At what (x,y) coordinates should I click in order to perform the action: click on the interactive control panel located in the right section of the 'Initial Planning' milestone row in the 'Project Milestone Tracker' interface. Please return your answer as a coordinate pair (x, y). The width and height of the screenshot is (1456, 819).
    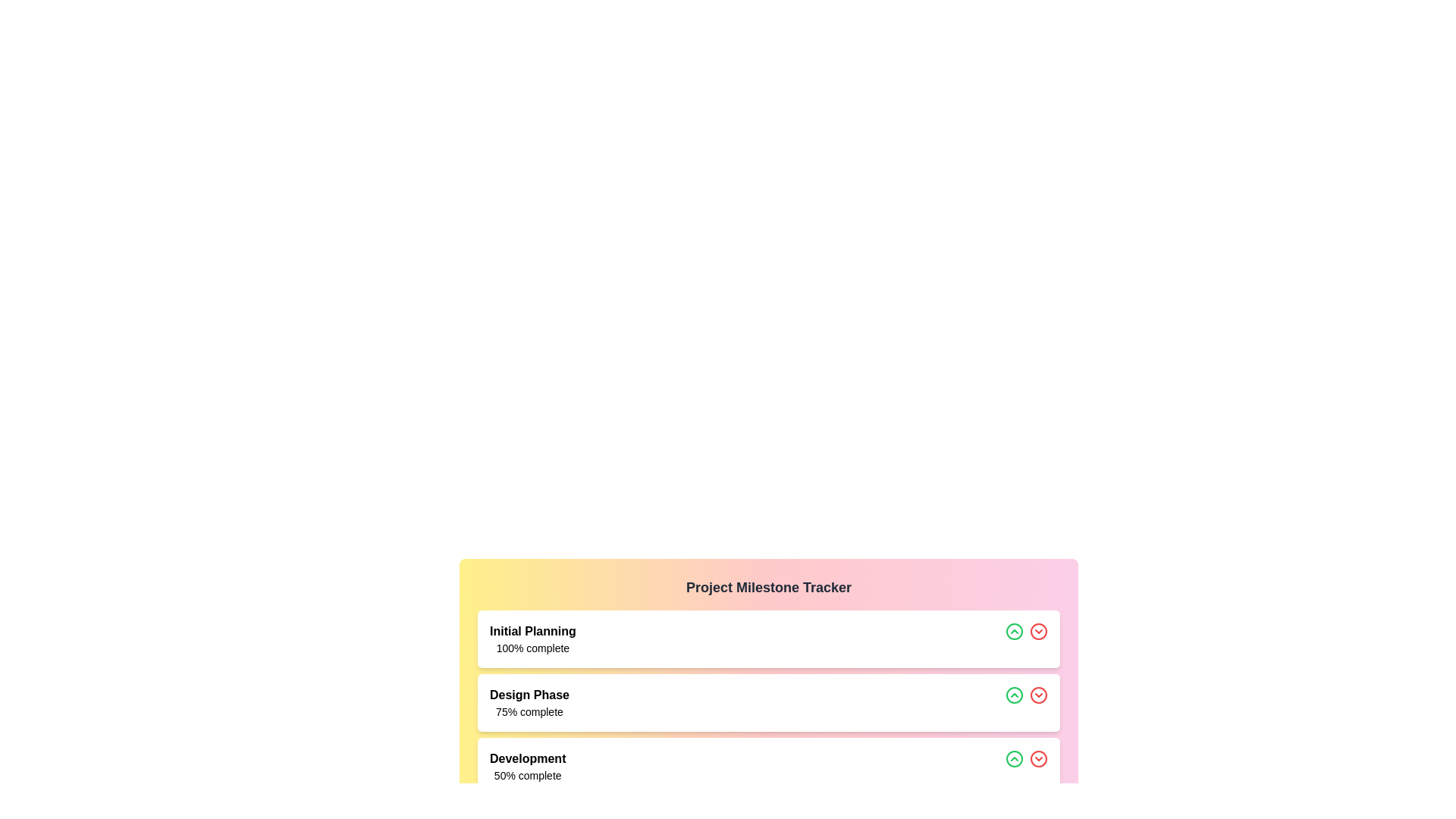
    Looking at the image, I should click on (1026, 639).